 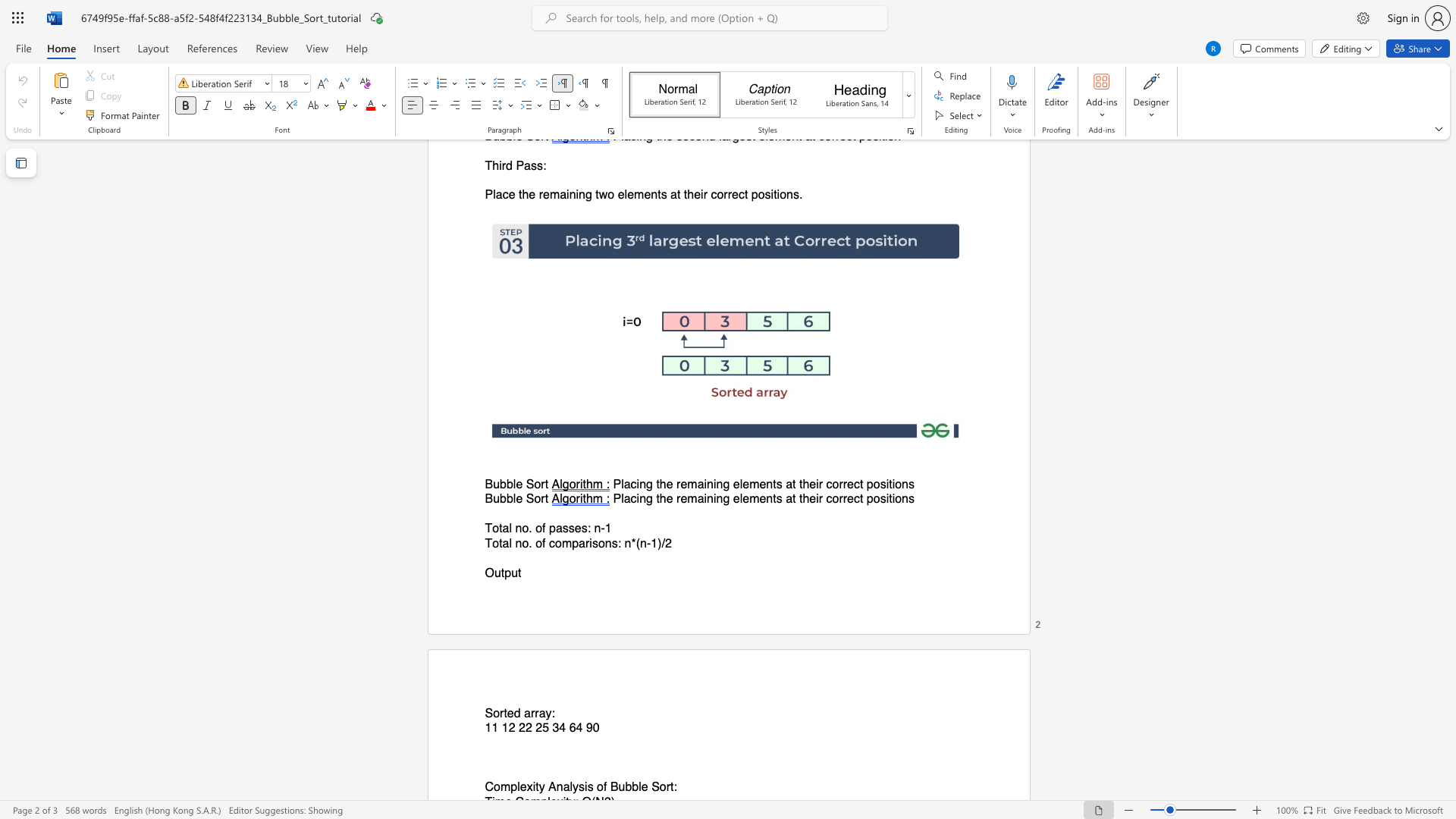 I want to click on the subset text "bble Sort" within the text "Bubble Sort", so click(x=500, y=499).